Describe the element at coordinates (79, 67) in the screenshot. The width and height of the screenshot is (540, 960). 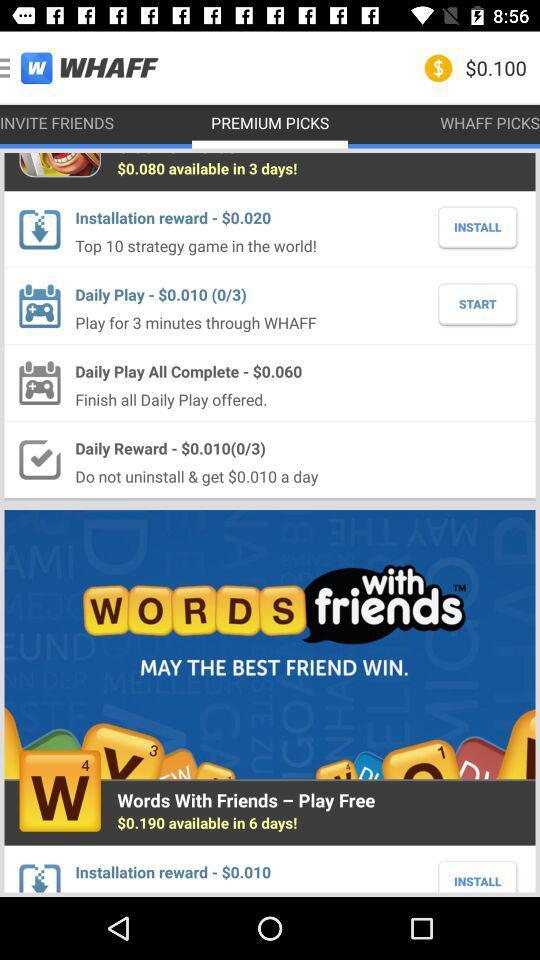
I see `app next to the premium picks` at that location.